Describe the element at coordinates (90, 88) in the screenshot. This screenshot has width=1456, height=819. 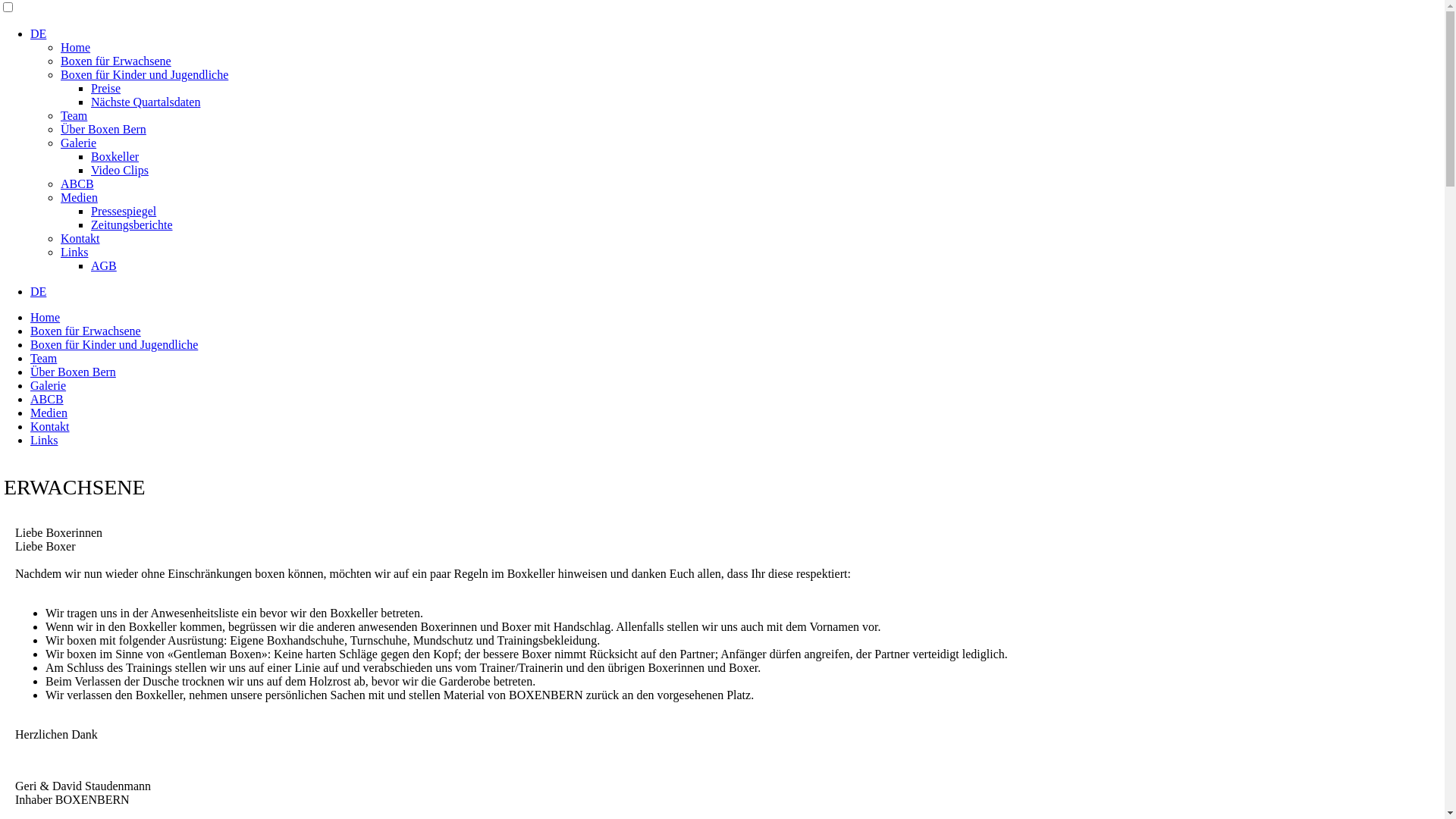
I see `'Preise'` at that location.